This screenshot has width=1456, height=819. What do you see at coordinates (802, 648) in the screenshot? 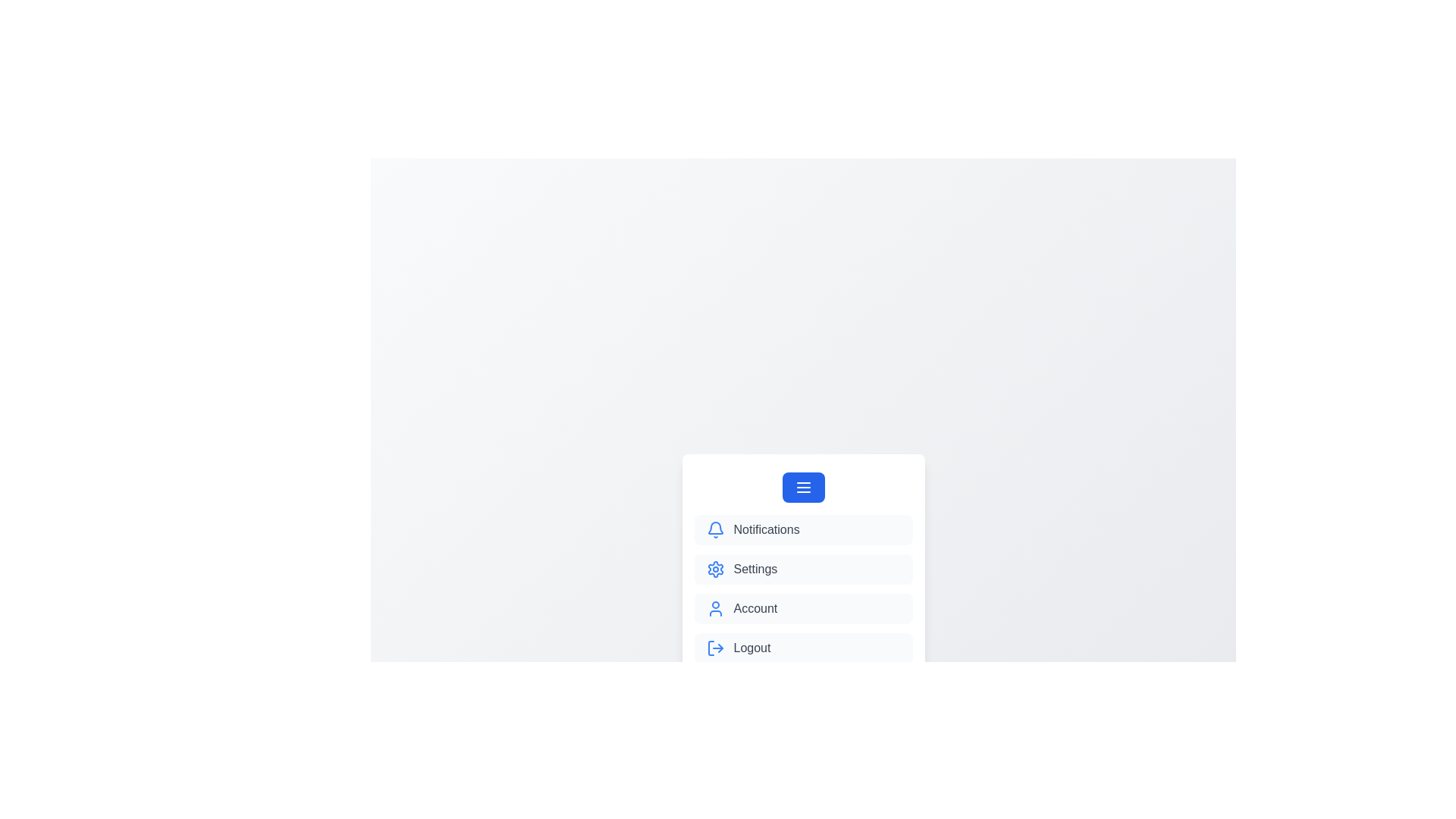
I see `the menu option Logout by clicking on it` at bounding box center [802, 648].